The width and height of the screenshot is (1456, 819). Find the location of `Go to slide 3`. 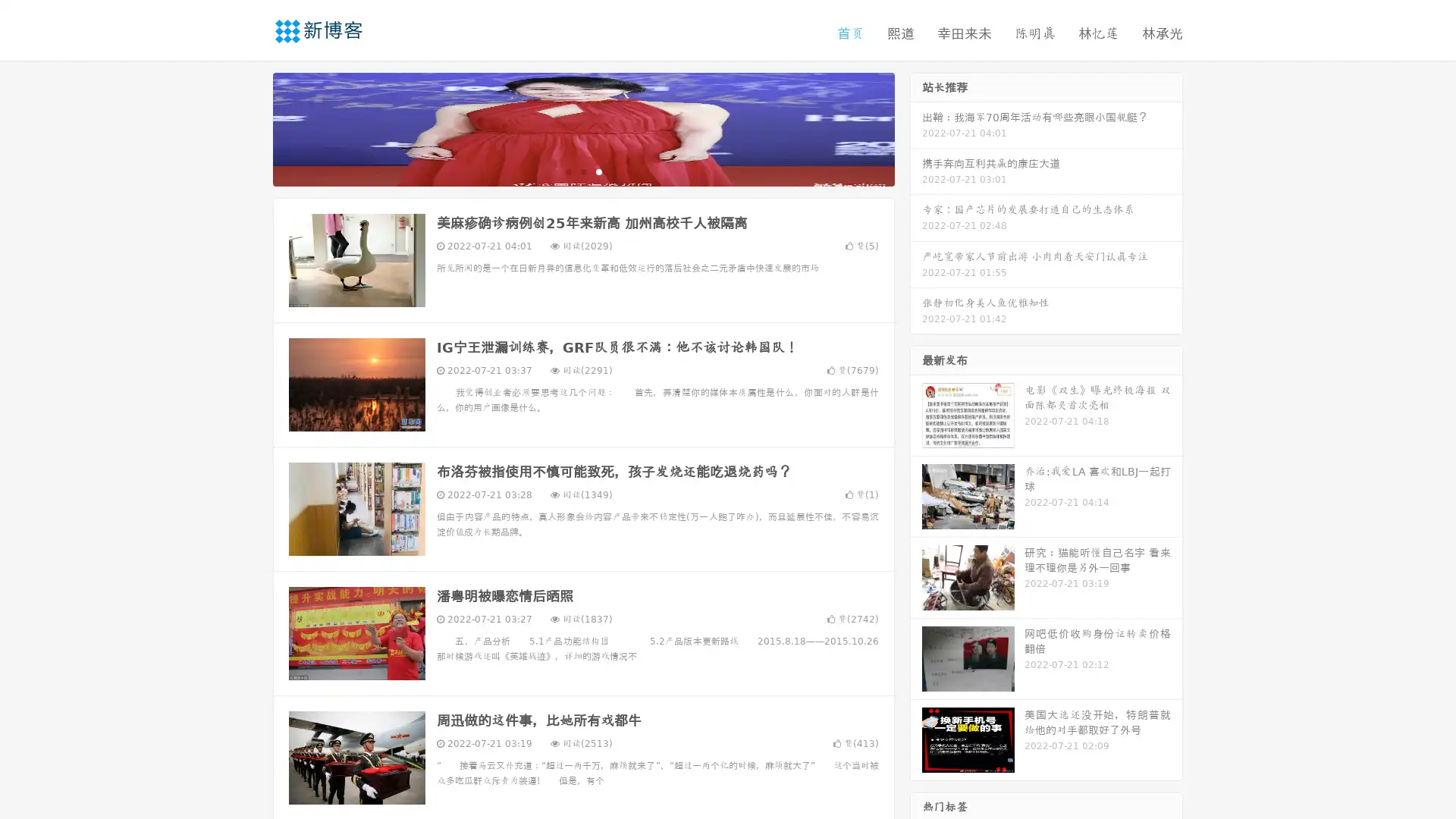

Go to slide 3 is located at coordinates (598, 171).